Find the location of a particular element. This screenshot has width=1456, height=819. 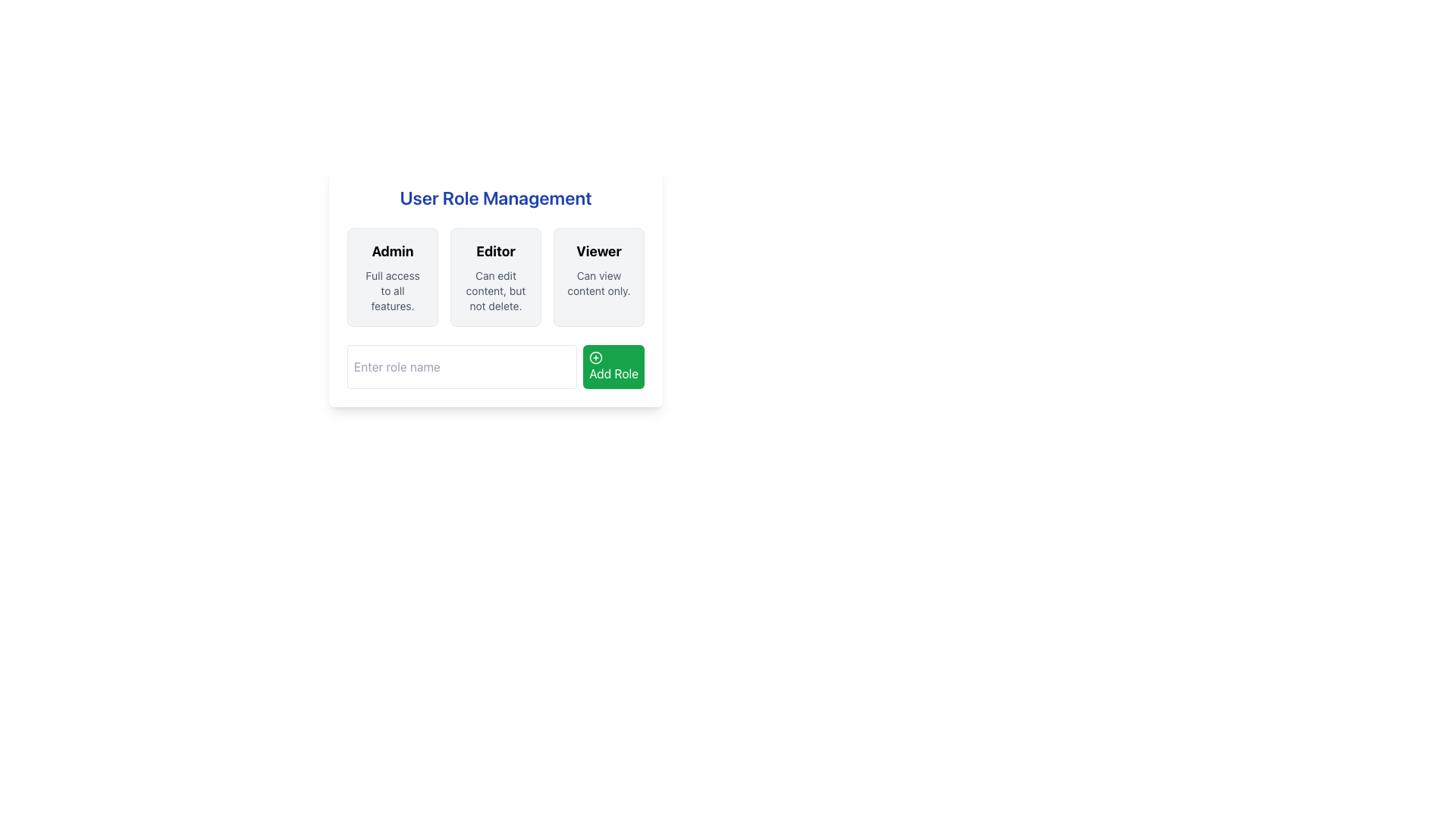

the text label that reads 'Can view content only' located beneath the title 'Viewer' within the bordered card on the right side of the 'User Role Management' section is located at coordinates (598, 284).